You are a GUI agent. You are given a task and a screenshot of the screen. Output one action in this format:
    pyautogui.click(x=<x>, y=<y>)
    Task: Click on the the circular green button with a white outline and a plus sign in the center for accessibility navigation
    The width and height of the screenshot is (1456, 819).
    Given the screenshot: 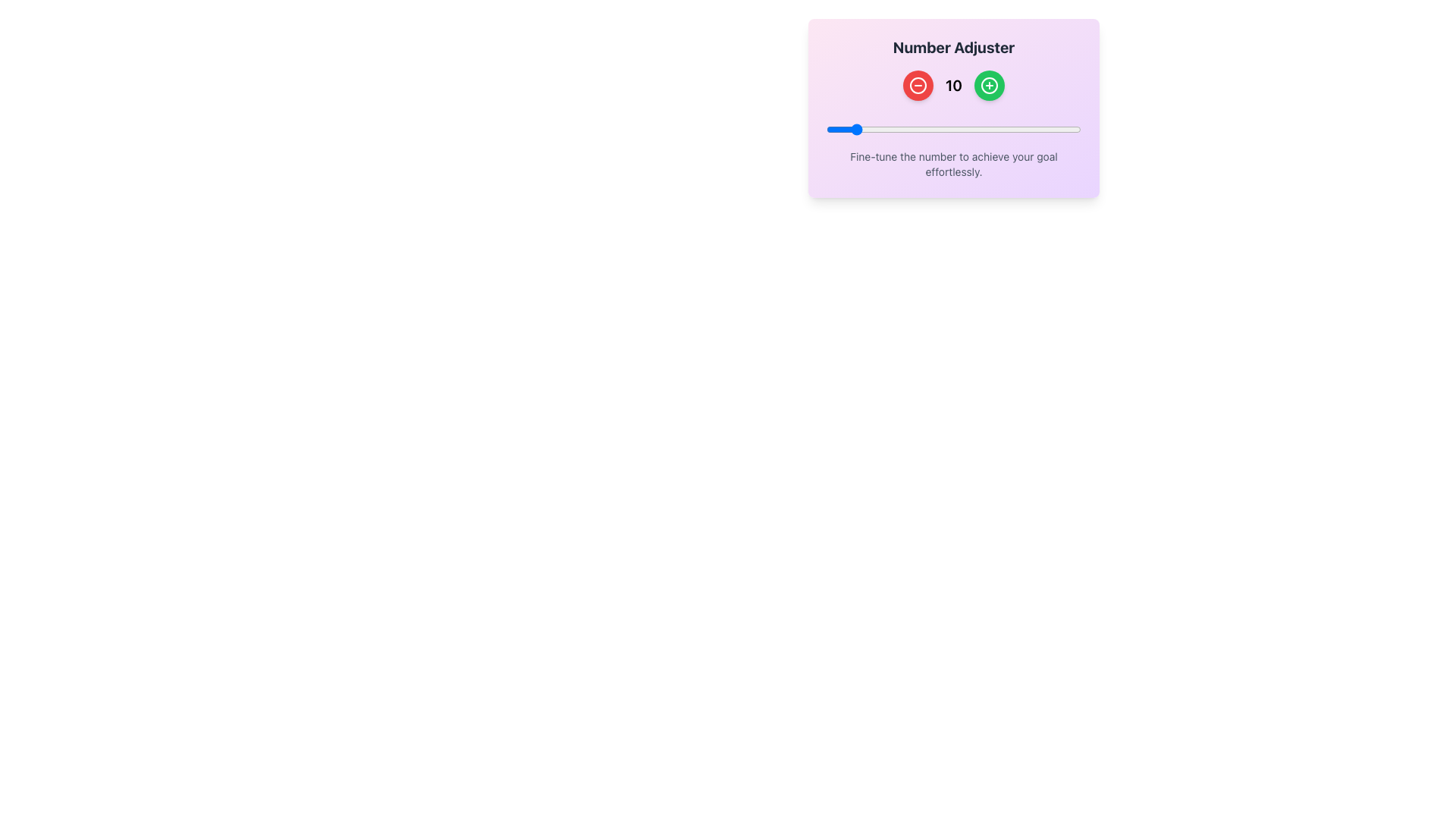 What is the action you would take?
    pyautogui.click(x=990, y=85)
    